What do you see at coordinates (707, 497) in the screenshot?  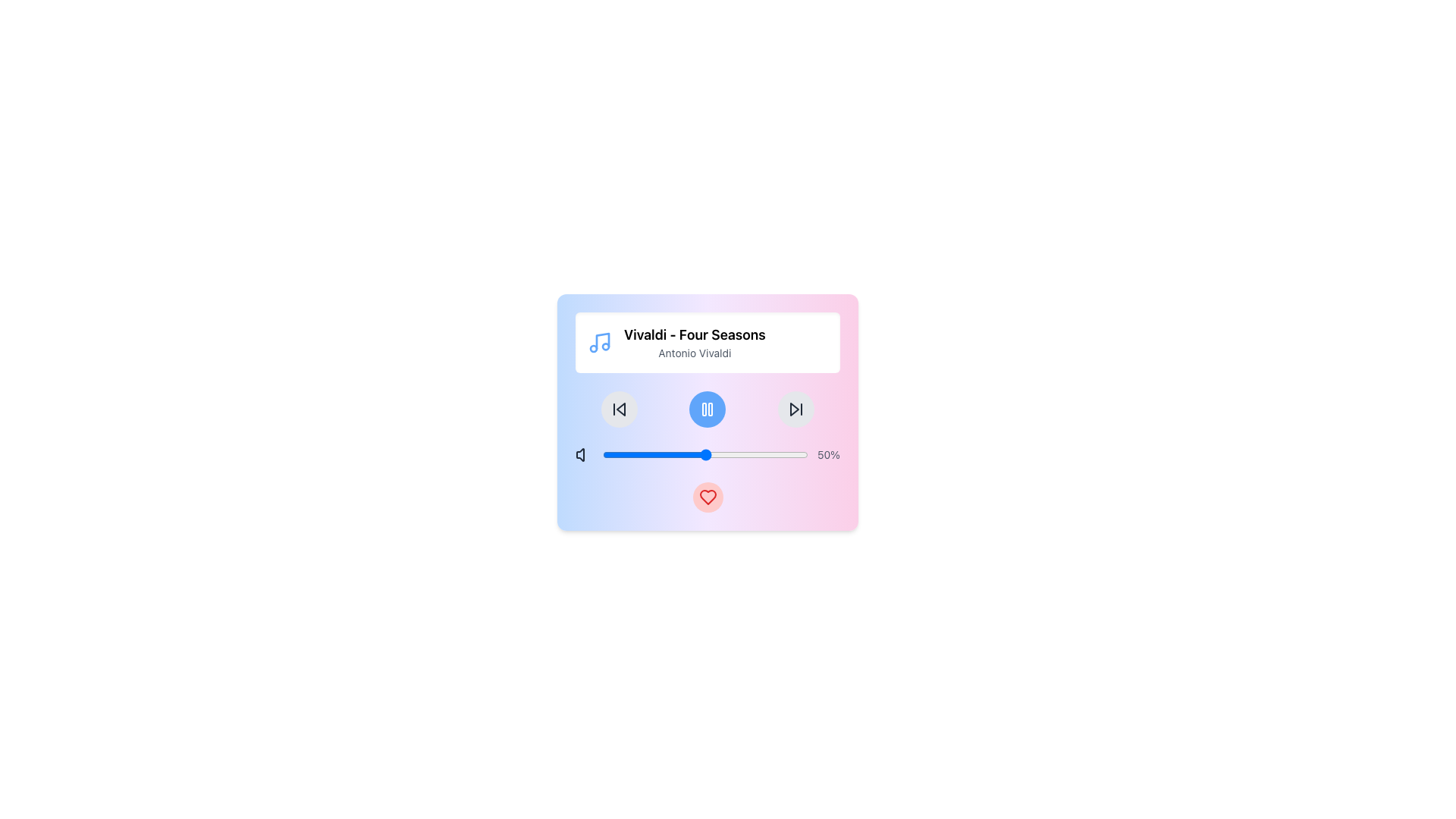 I see `the circular button with a red heart icon` at bounding box center [707, 497].